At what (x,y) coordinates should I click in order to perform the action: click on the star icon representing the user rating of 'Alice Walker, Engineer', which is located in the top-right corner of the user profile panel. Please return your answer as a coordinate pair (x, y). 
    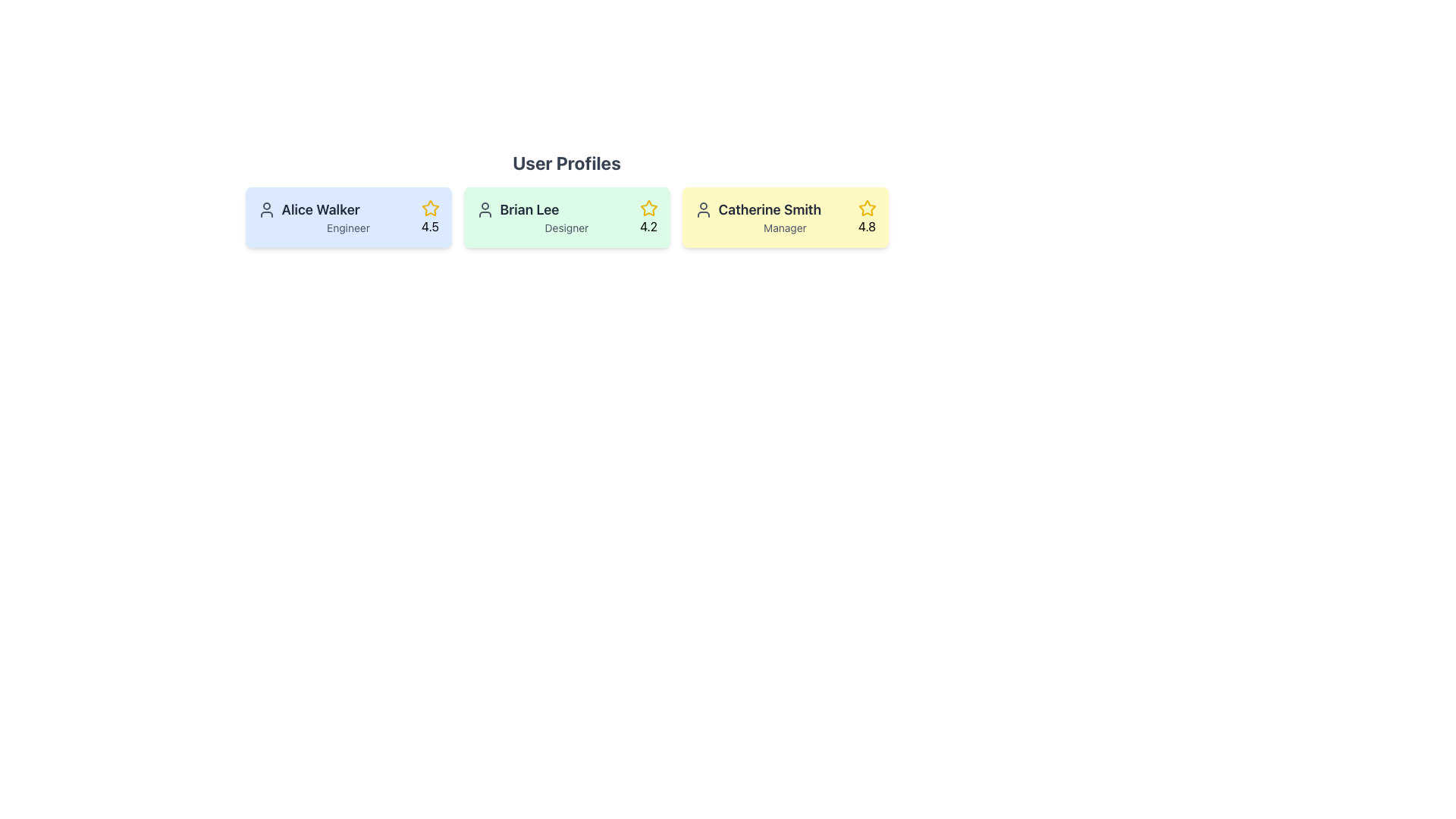
    Looking at the image, I should click on (429, 208).